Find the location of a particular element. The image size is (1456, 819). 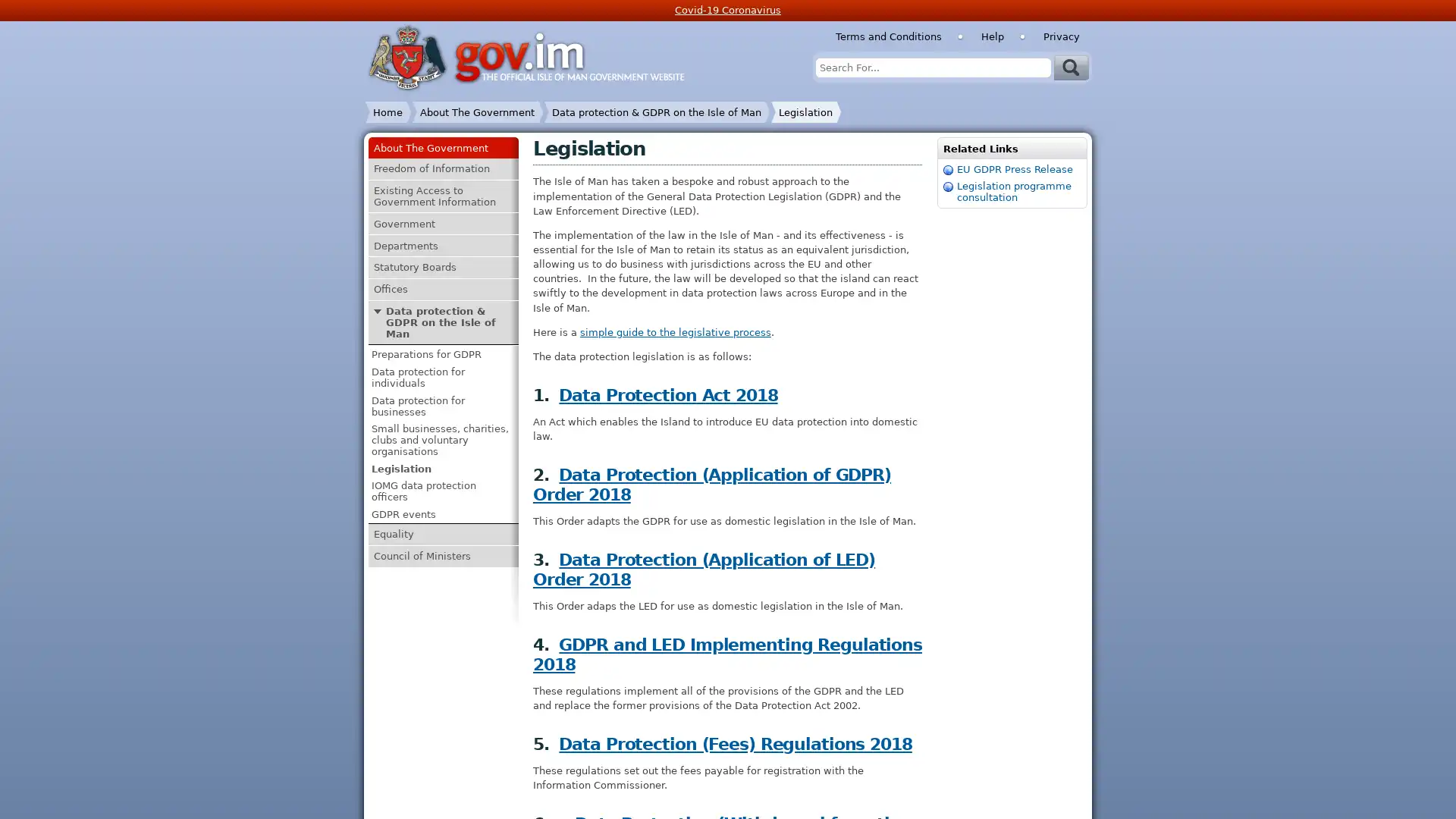

Search is located at coordinates (1070, 66).